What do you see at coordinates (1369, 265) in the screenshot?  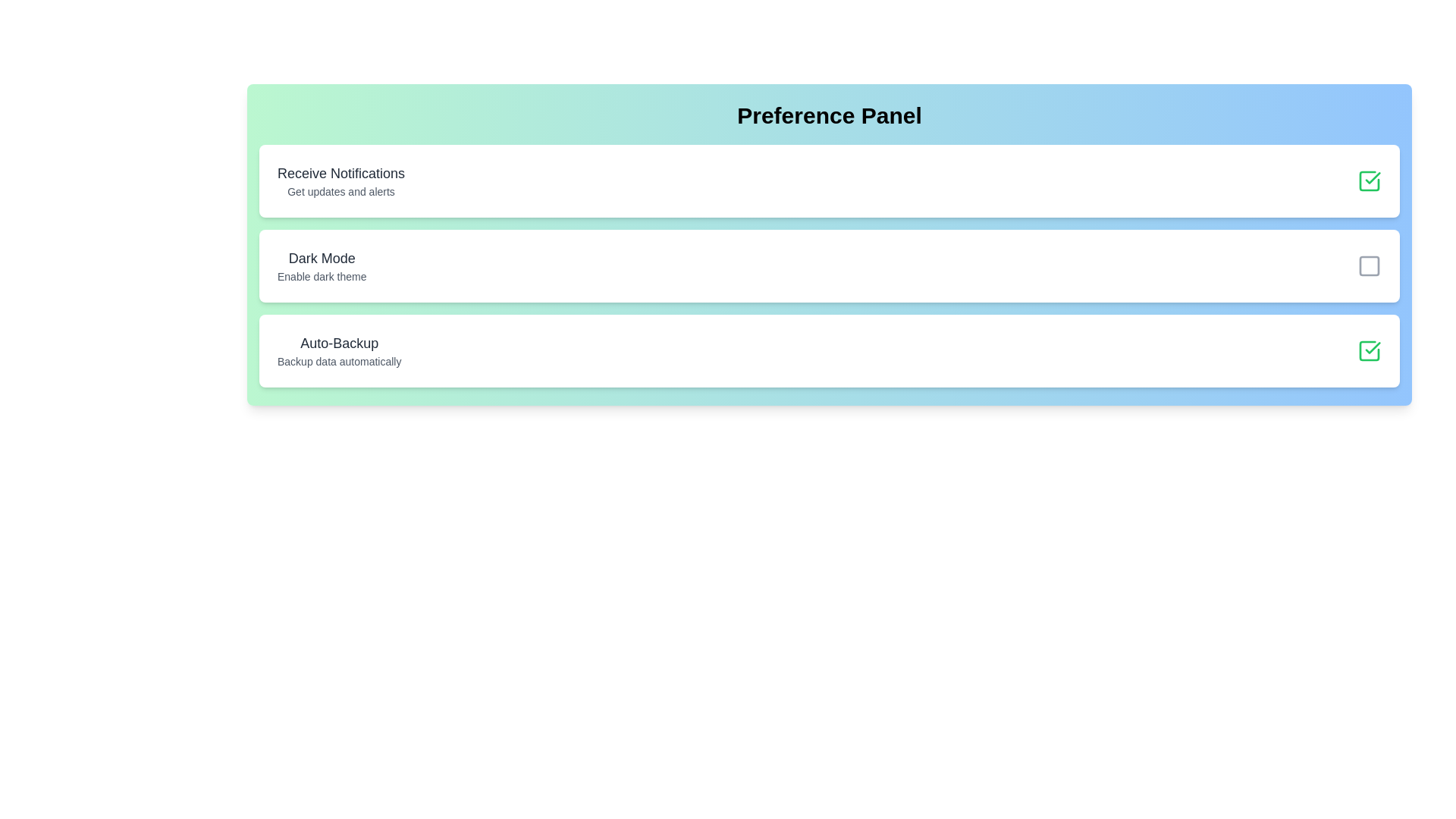 I see `the checkbox in the top-right corner of the 'Dark Mode' preference option` at bounding box center [1369, 265].